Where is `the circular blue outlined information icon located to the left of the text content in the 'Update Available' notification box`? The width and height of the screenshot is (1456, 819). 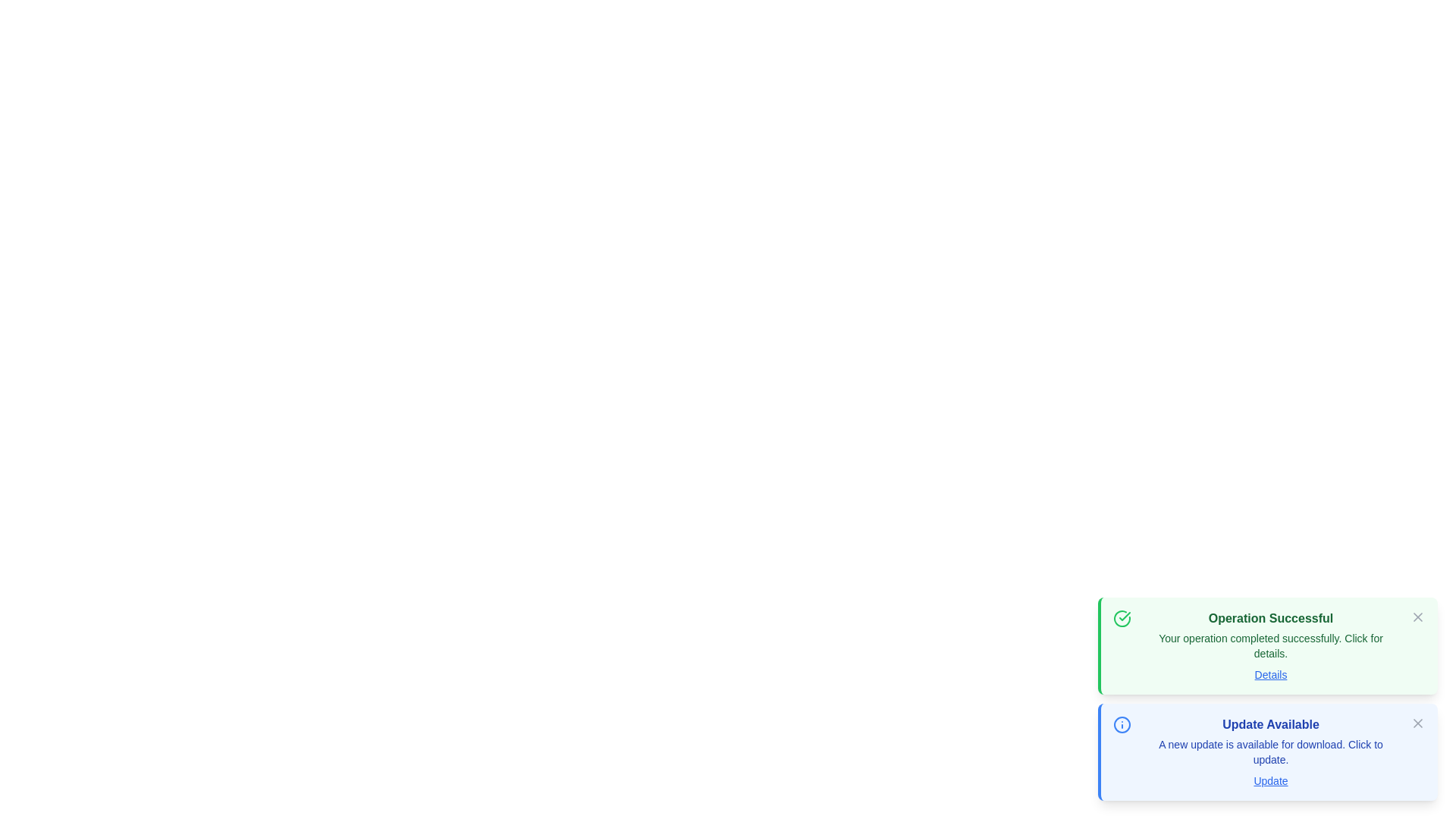
the circular blue outlined information icon located to the left of the text content in the 'Update Available' notification box is located at coordinates (1122, 724).